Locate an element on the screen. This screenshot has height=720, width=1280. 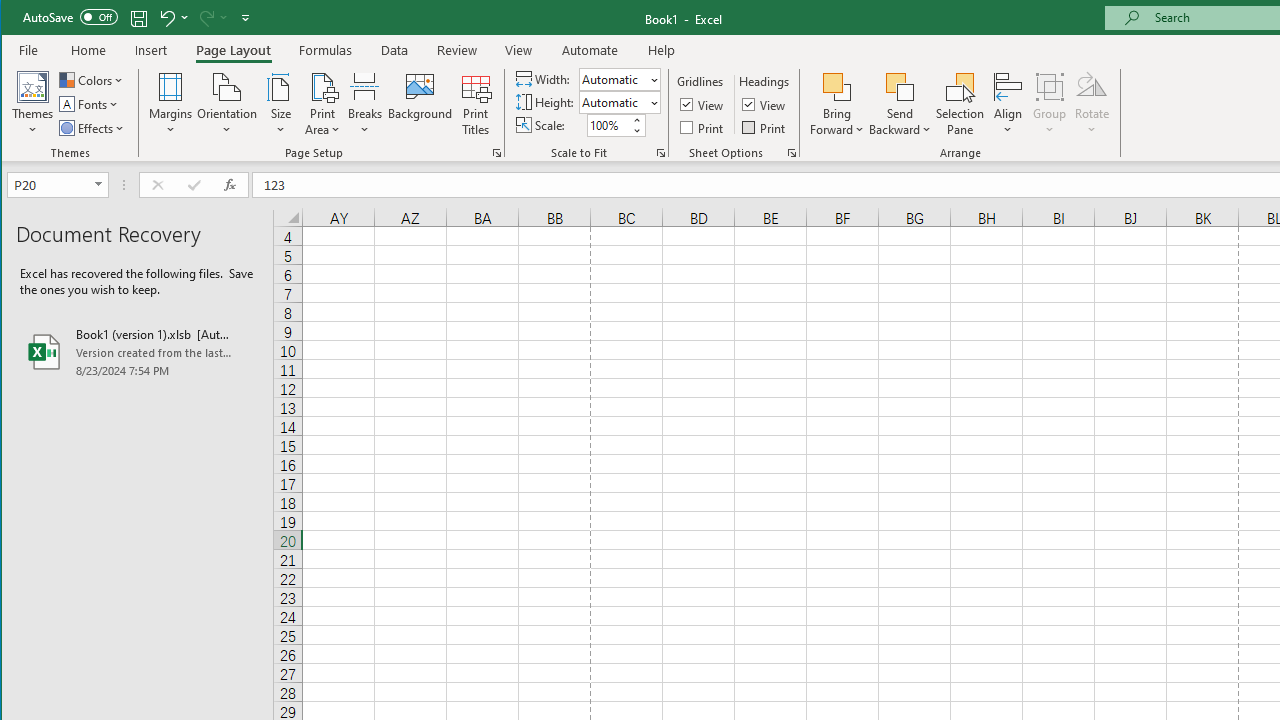
'Print Area' is located at coordinates (323, 104).